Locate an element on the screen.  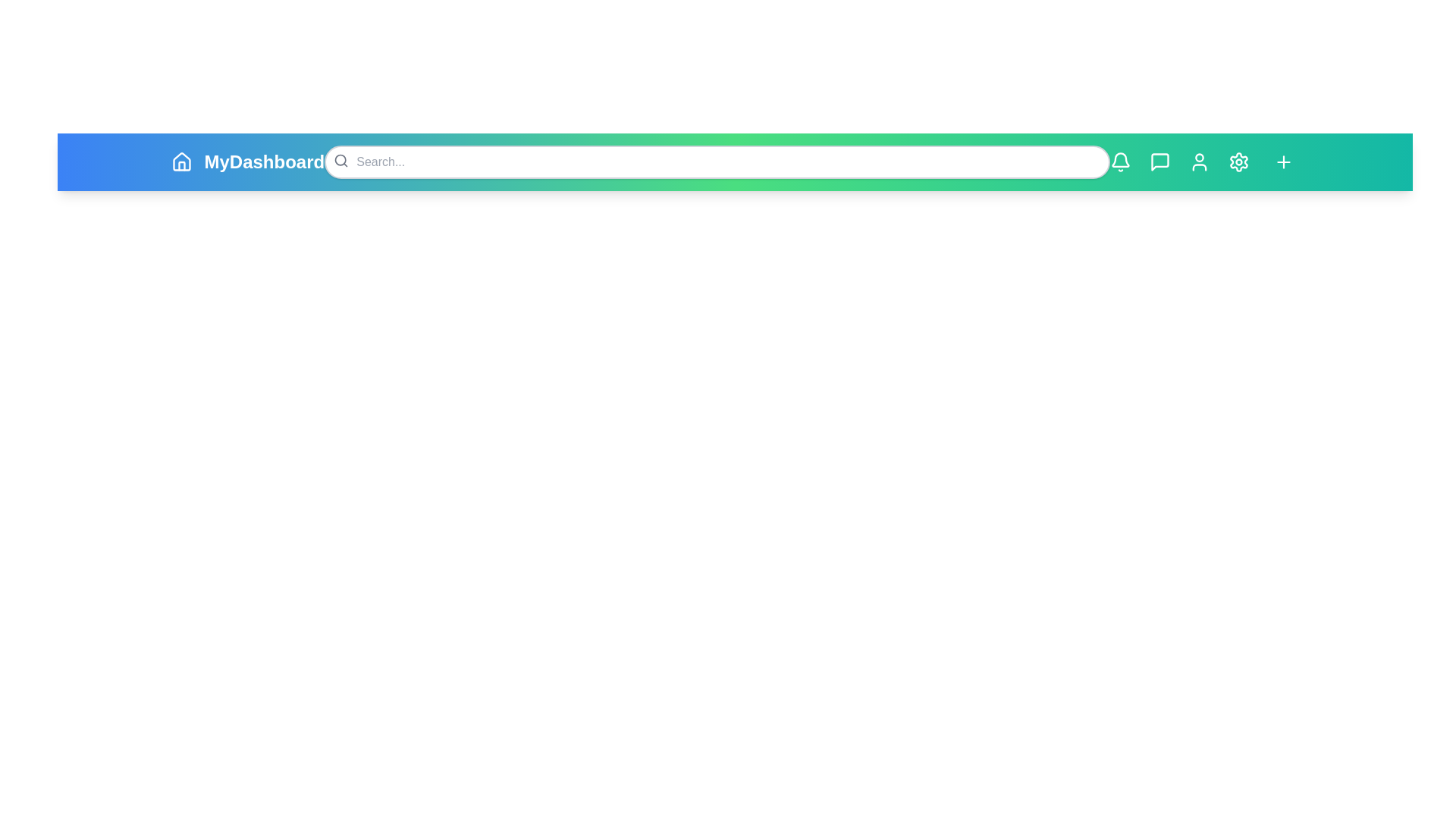
the search bar to focus it is located at coordinates (716, 162).